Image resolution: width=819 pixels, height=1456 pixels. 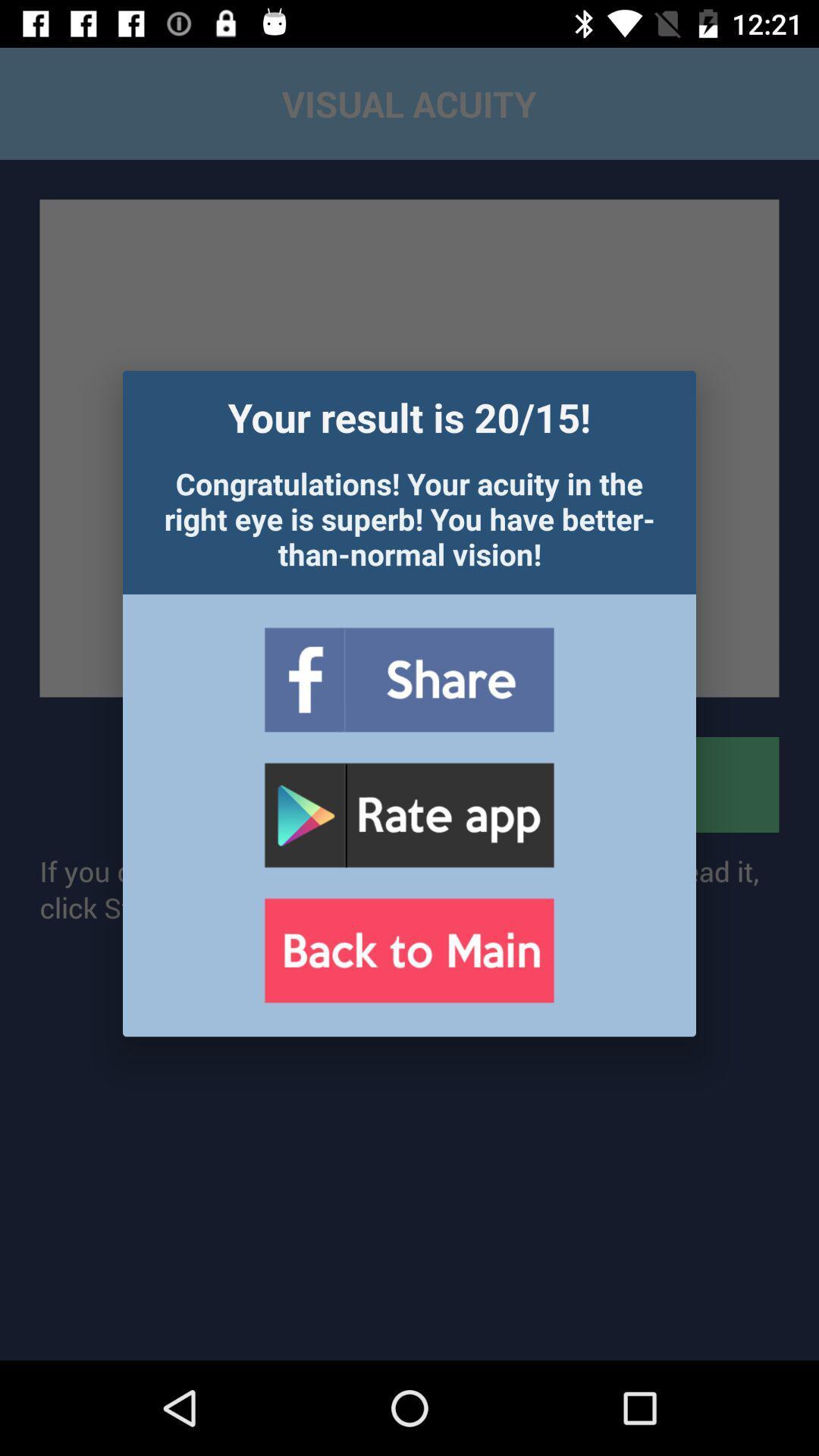 What do you see at coordinates (408, 814) in the screenshot?
I see `rate app` at bounding box center [408, 814].